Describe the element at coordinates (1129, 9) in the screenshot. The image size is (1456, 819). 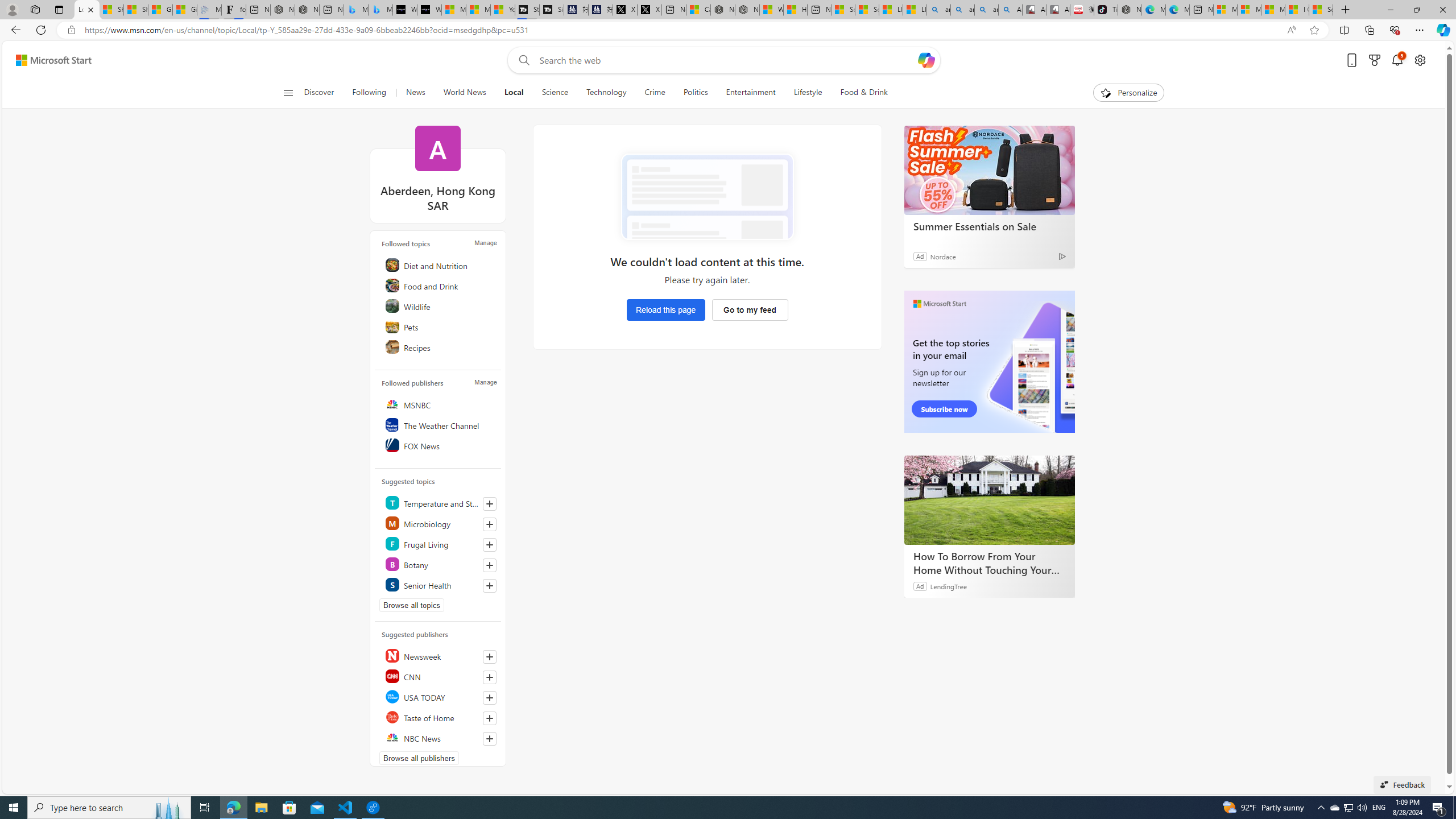
I see `'Nordace - Best Sellers'` at that location.